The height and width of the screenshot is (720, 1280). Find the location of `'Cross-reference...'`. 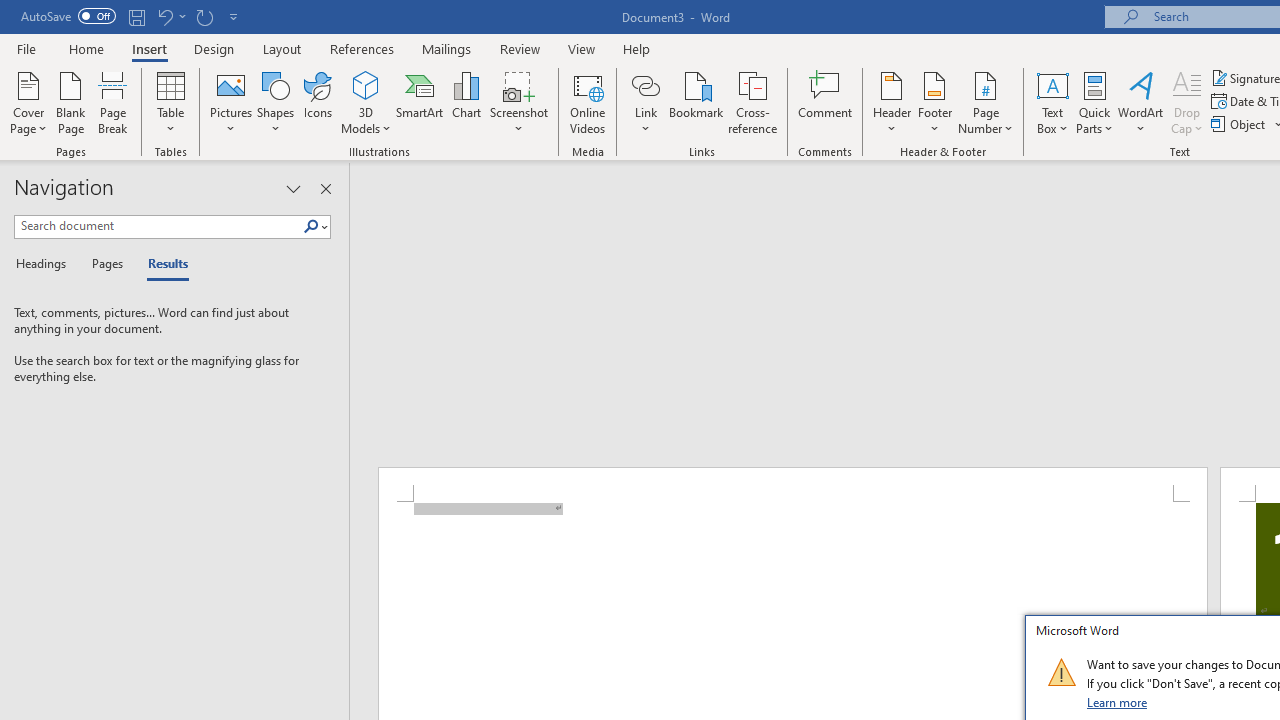

'Cross-reference...' is located at coordinates (751, 103).